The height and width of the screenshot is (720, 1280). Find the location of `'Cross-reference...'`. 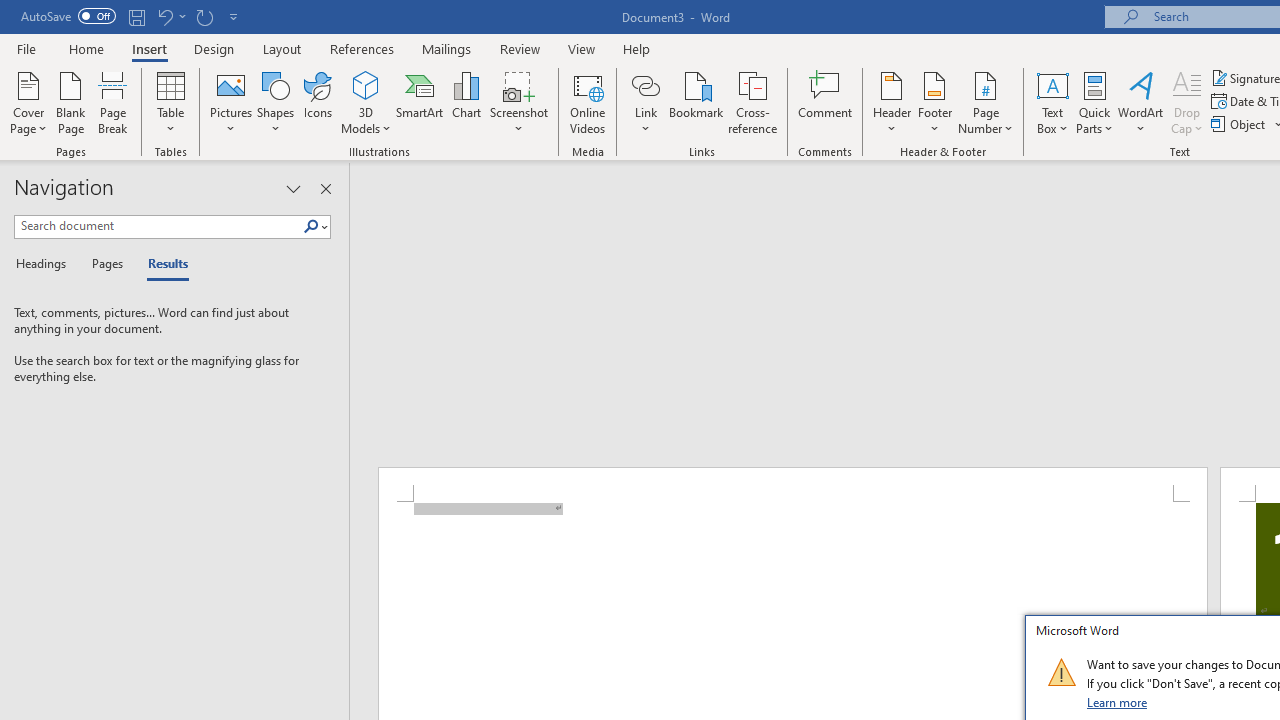

'Cross-reference...' is located at coordinates (751, 103).